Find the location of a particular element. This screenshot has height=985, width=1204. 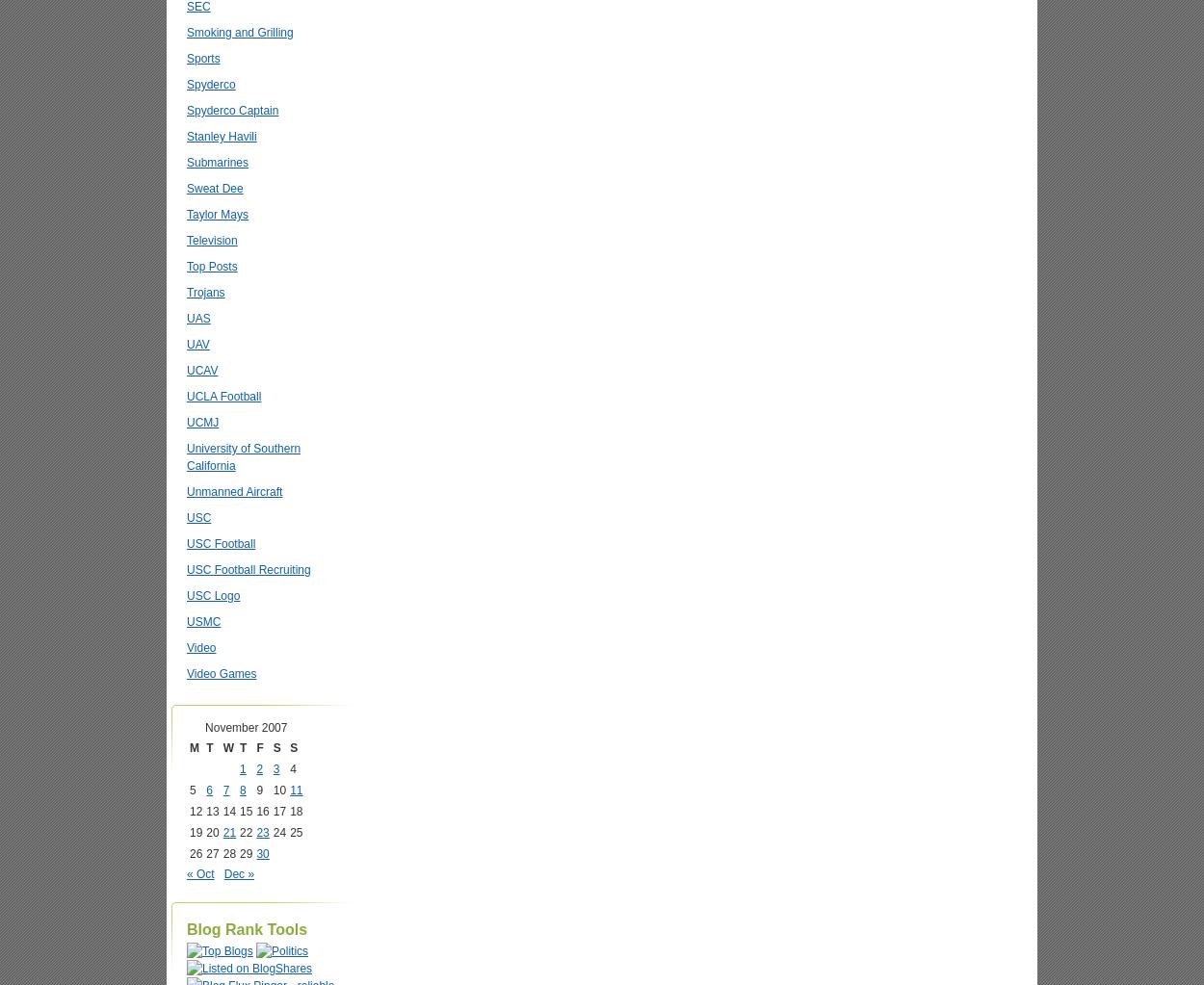

'16' is located at coordinates (262, 810).